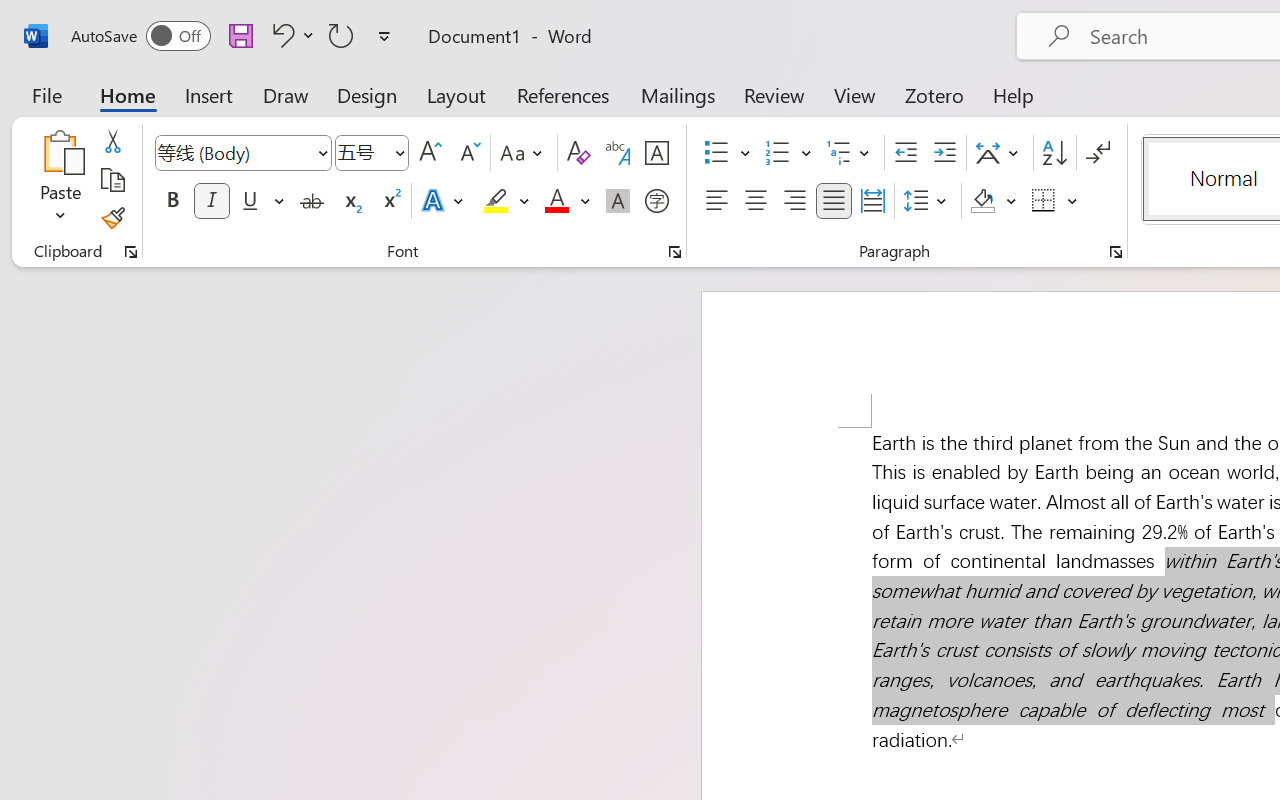  Describe the element at coordinates (793, 201) in the screenshot. I see `'Align Right'` at that location.